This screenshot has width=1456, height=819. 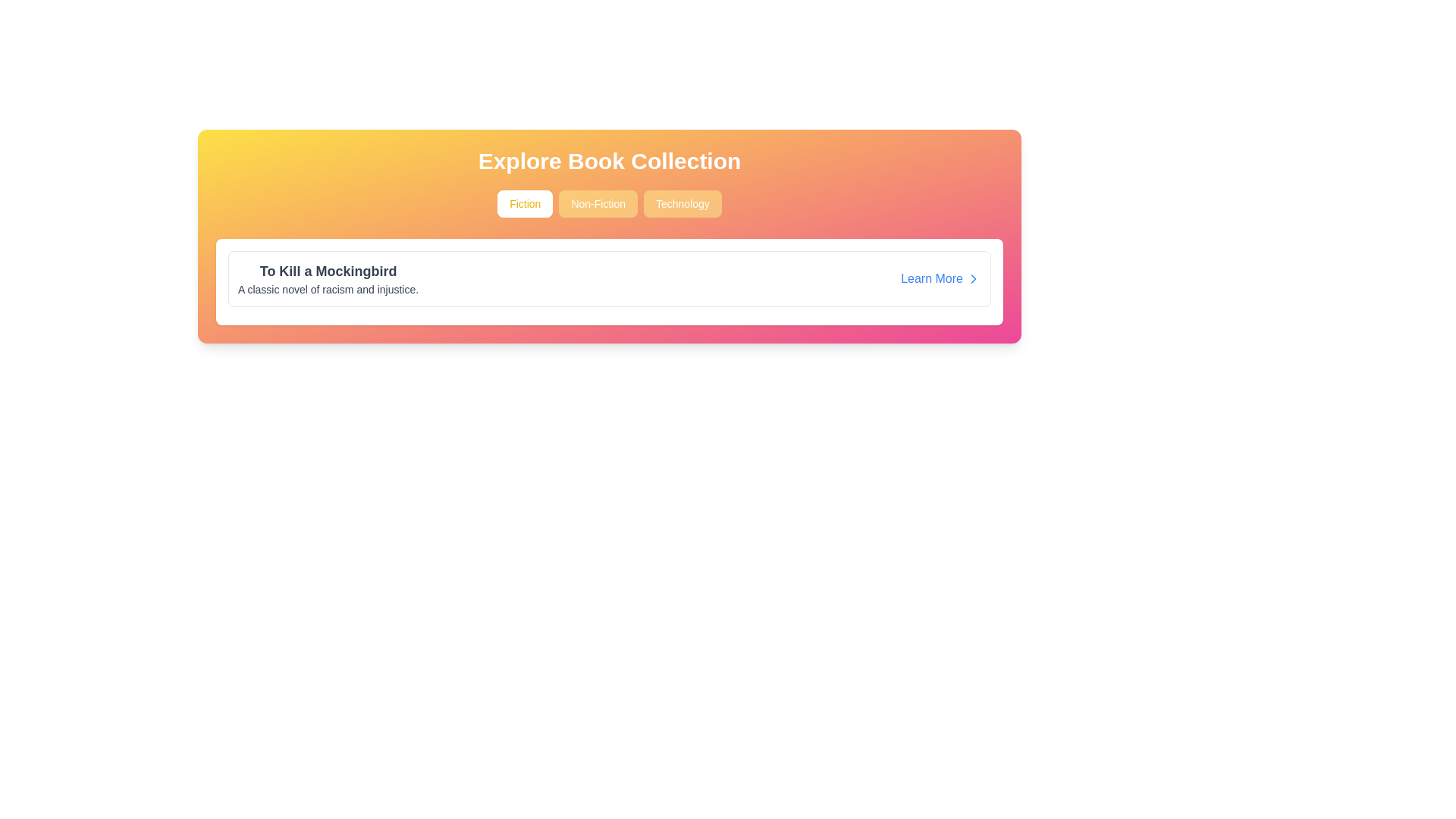 I want to click on the descriptive text label located below the title 'To Kill a Mockingbird', which provides additional information about the book, so click(x=327, y=289).